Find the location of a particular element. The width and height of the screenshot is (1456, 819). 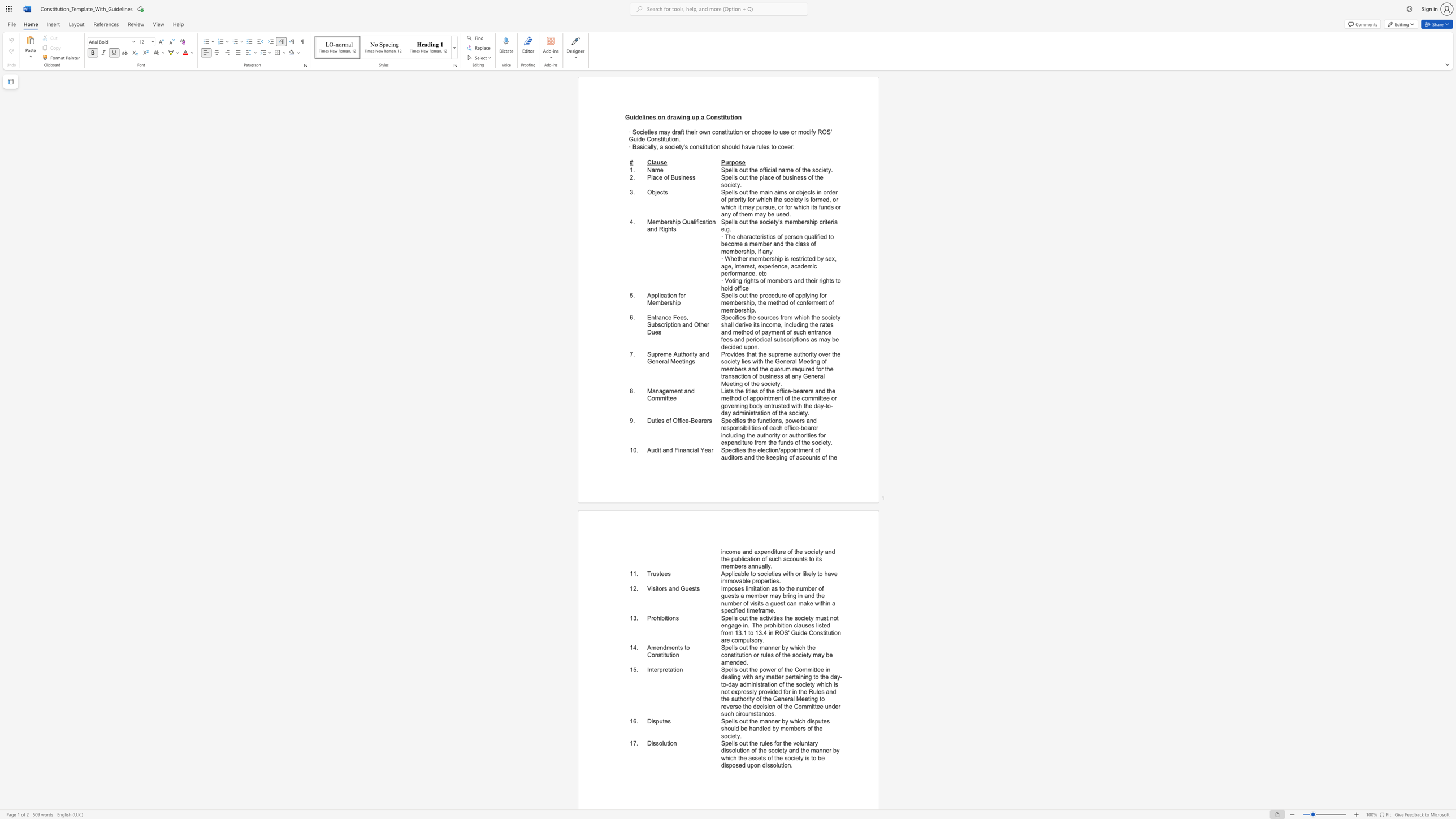

the subset text "uties of Office-Beare" within the text "Duties of Office-Bearers" is located at coordinates (651, 420).